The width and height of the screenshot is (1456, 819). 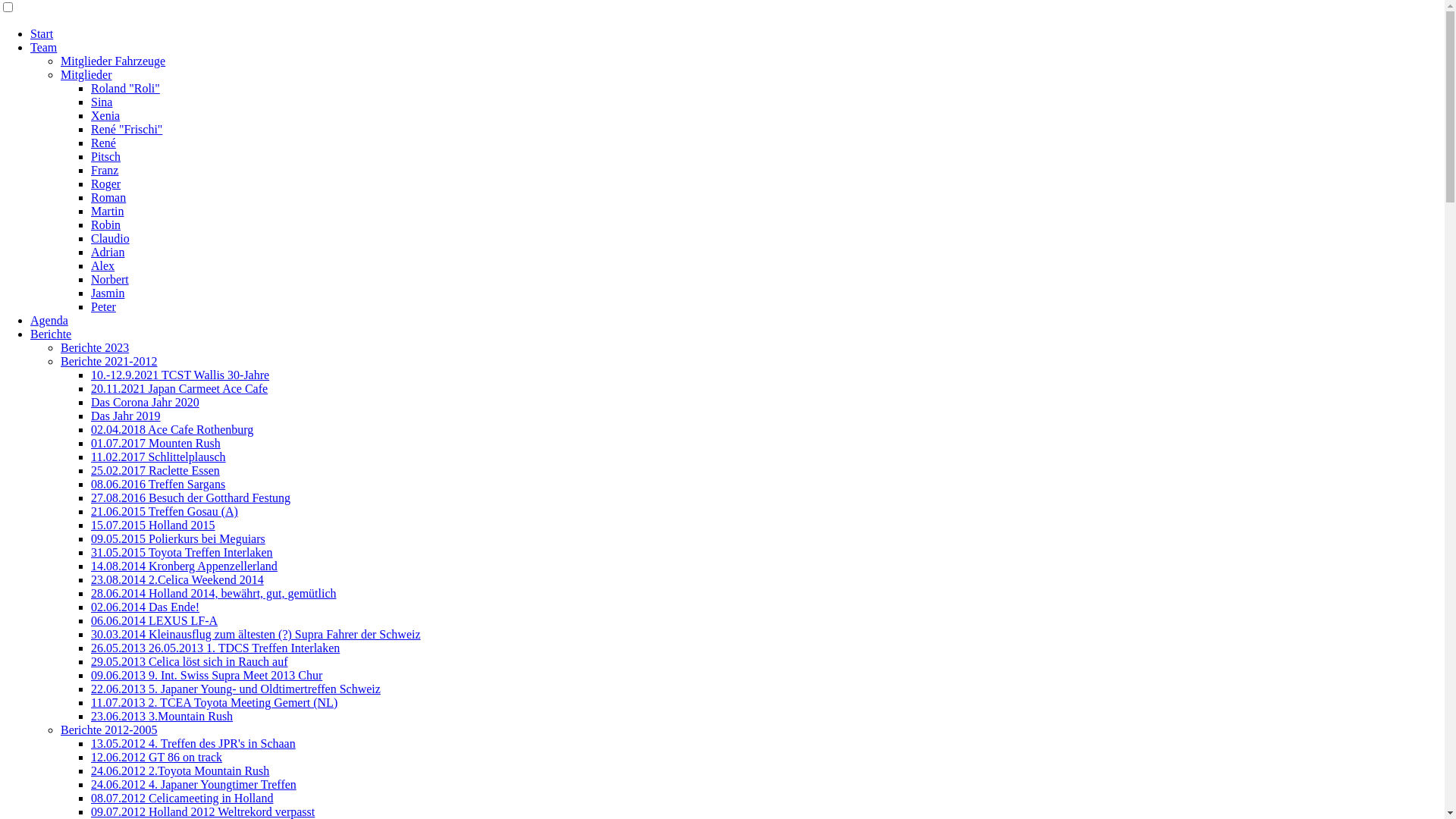 What do you see at coordinates (104, 170) in the screenshot?
I see `'Franz'` at bounding box center [104, 170].